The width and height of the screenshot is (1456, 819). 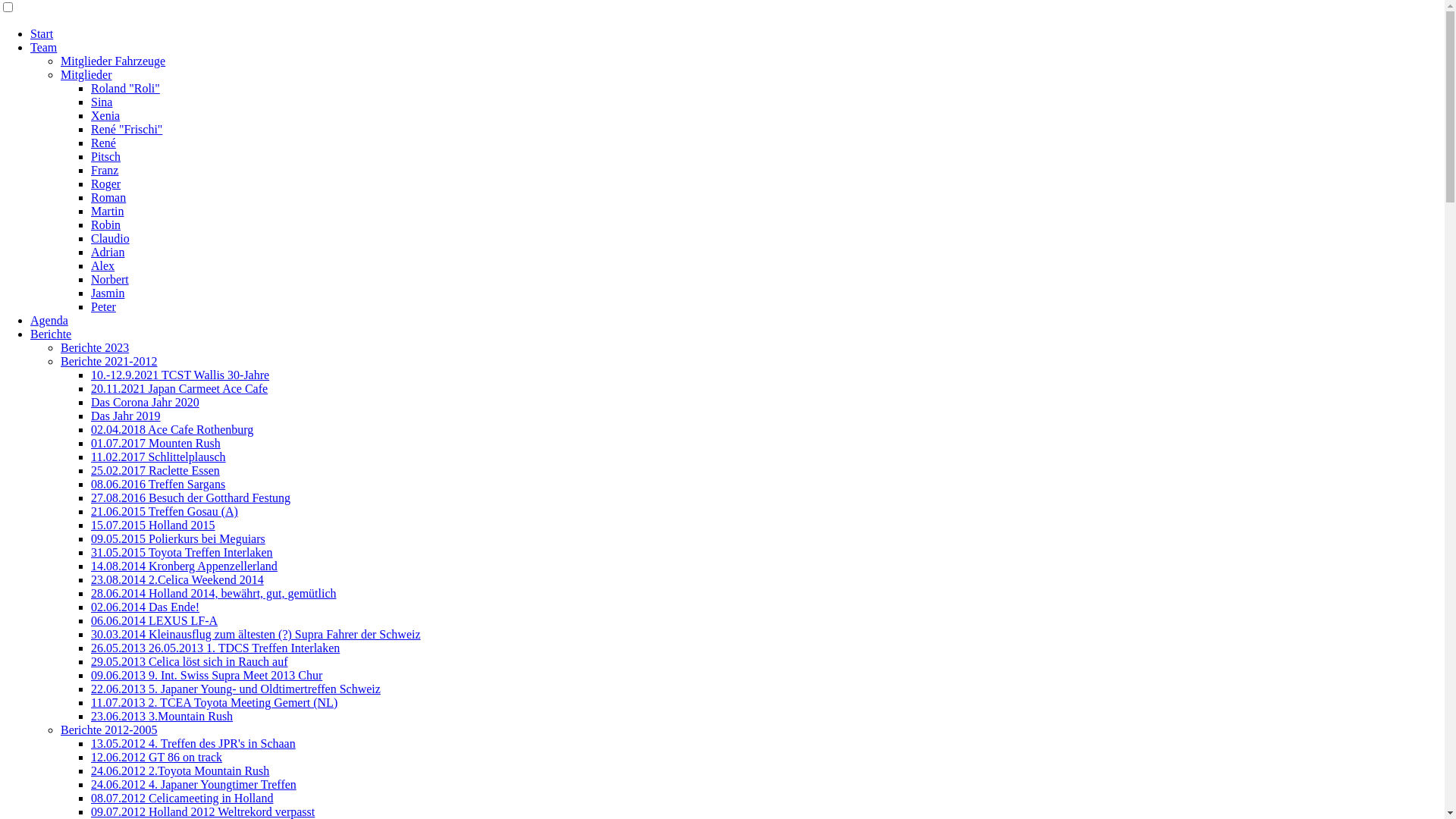 What do you see at coordinates (104, 170) in the screenshot?
I see `'Franz'` at bounding box center [104, 170].